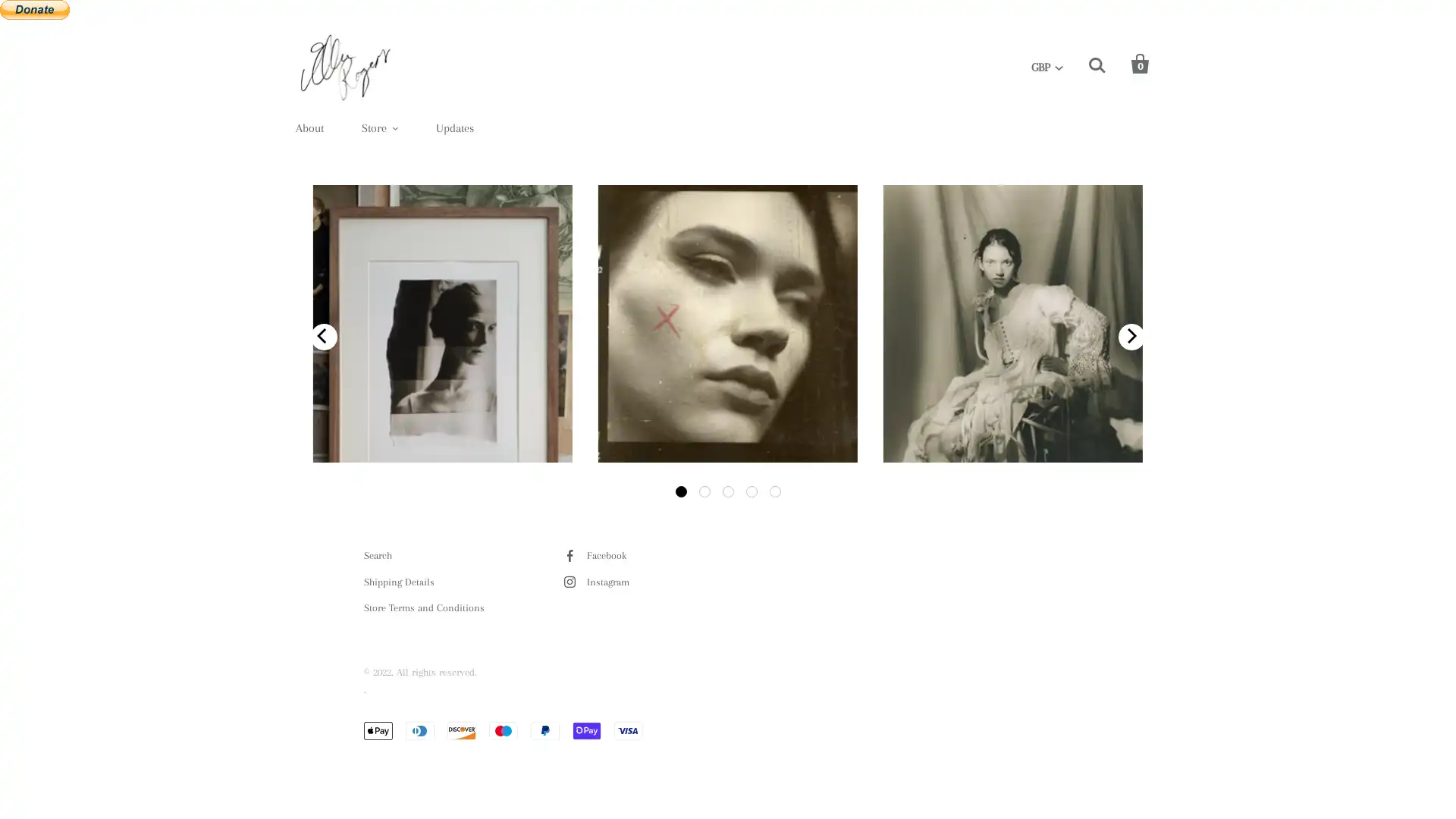  I want to click on next, so click(1131, 411).